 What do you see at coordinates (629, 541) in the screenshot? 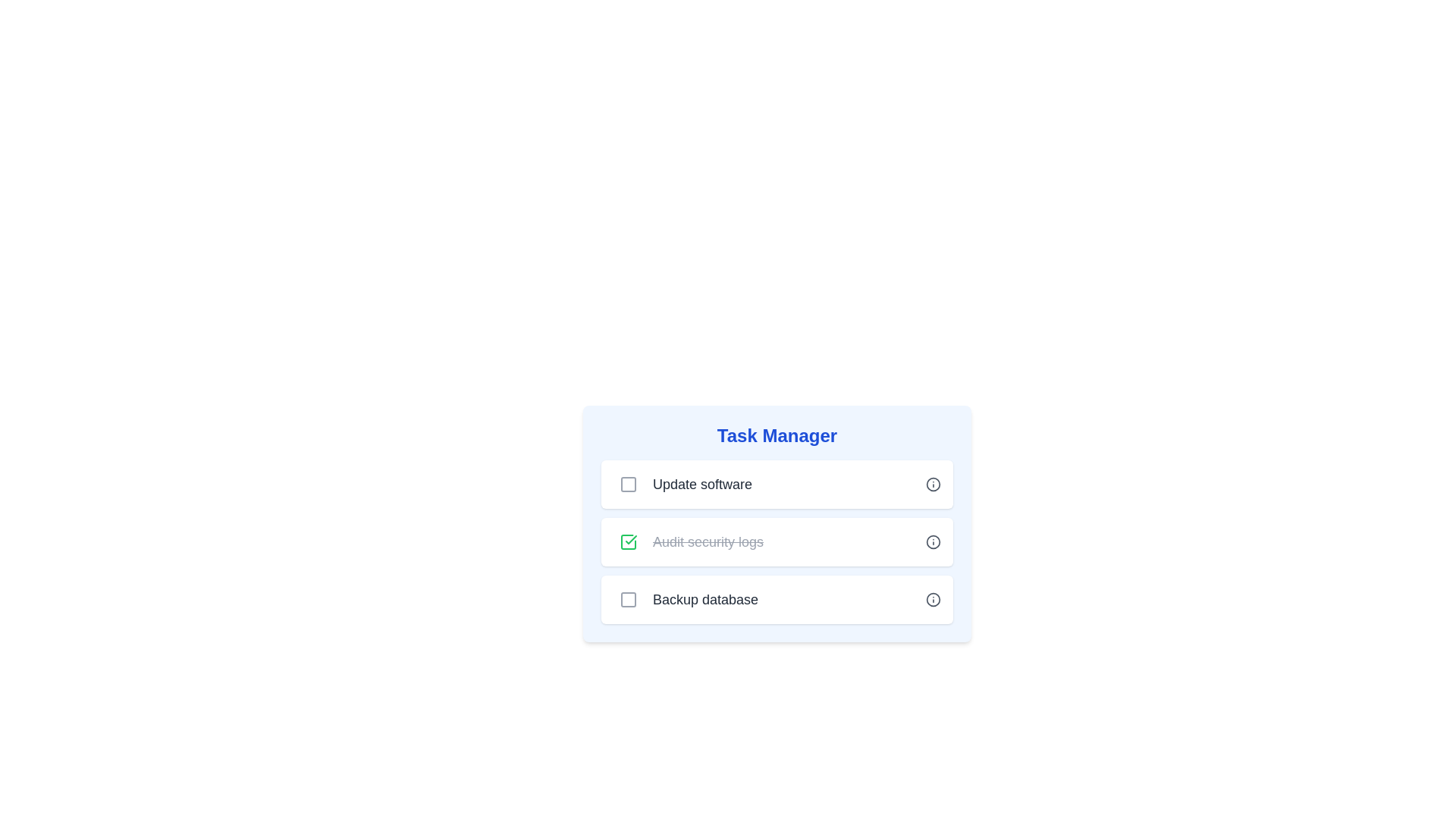
I see `the checkbox next to the 'Audit security logs' text in the Task Manager` at bounding box center [629, 541].